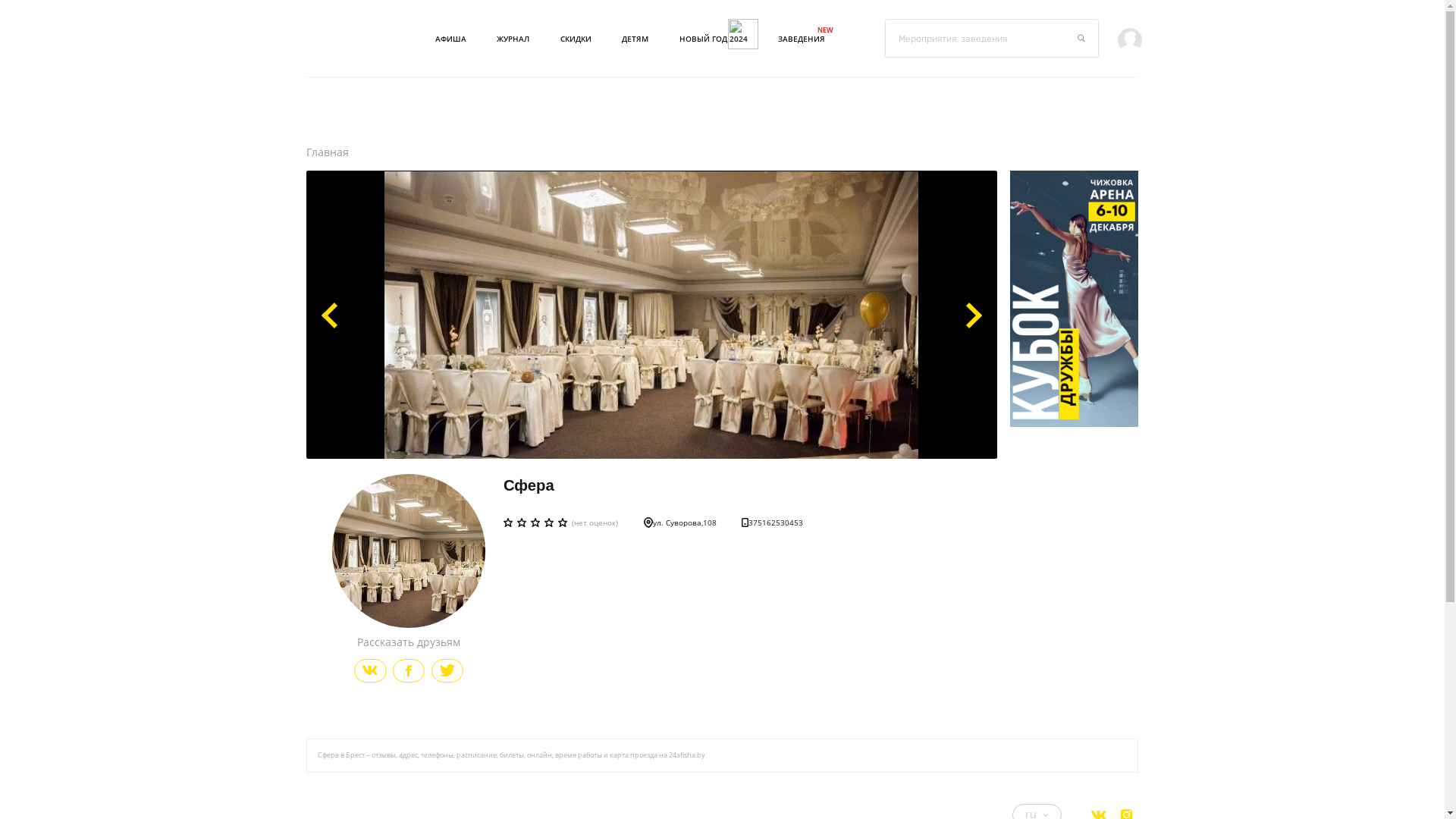 This screenshot has height=819, width=1456. Describe the element at coordinates (742, 522) in the screenshot. I see `'375162530453'` at that location.